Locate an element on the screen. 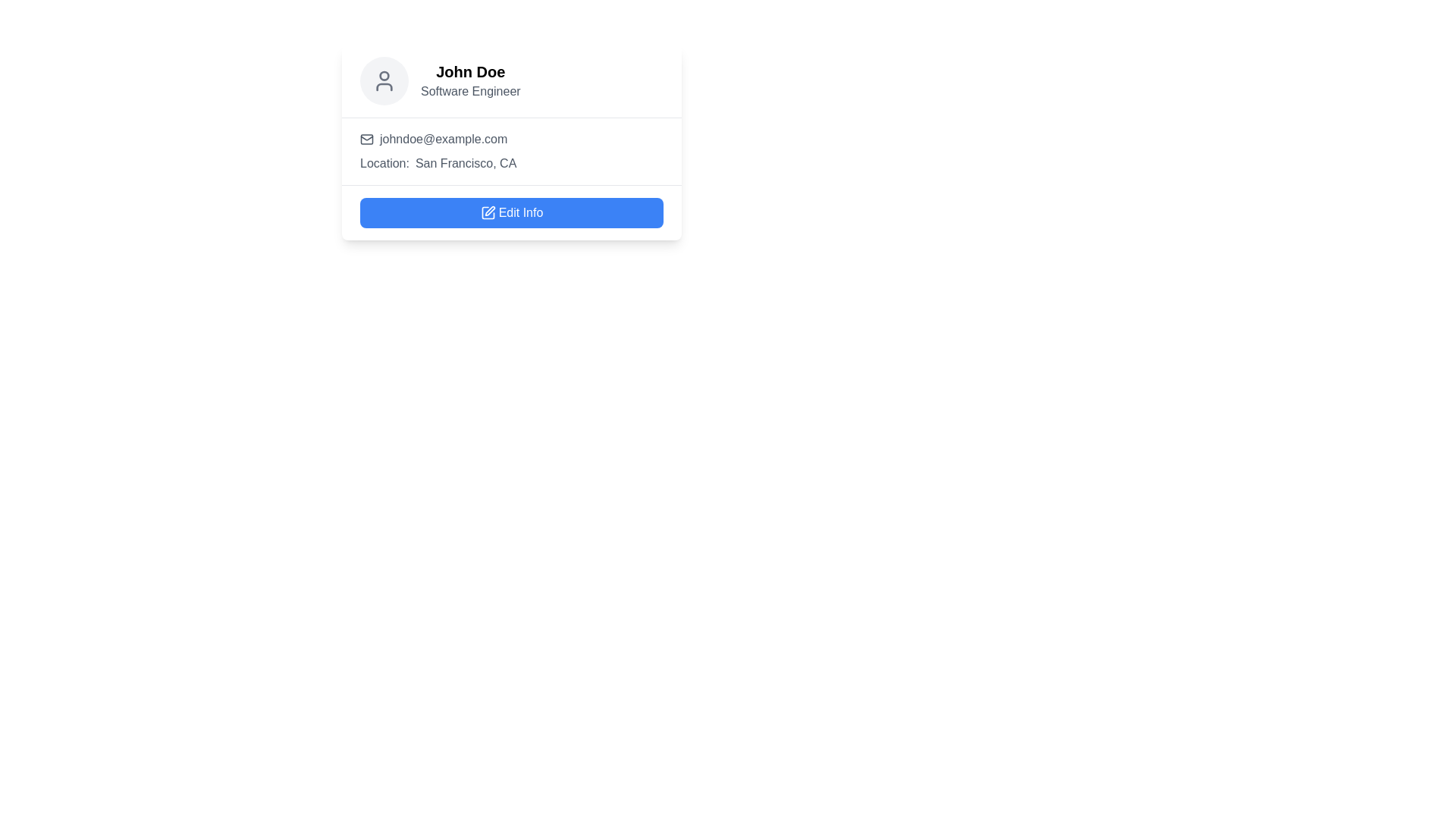  SVG Circle element that is part of the user avatar icon located at the top of the card interface is located at coordinates (384, 76).